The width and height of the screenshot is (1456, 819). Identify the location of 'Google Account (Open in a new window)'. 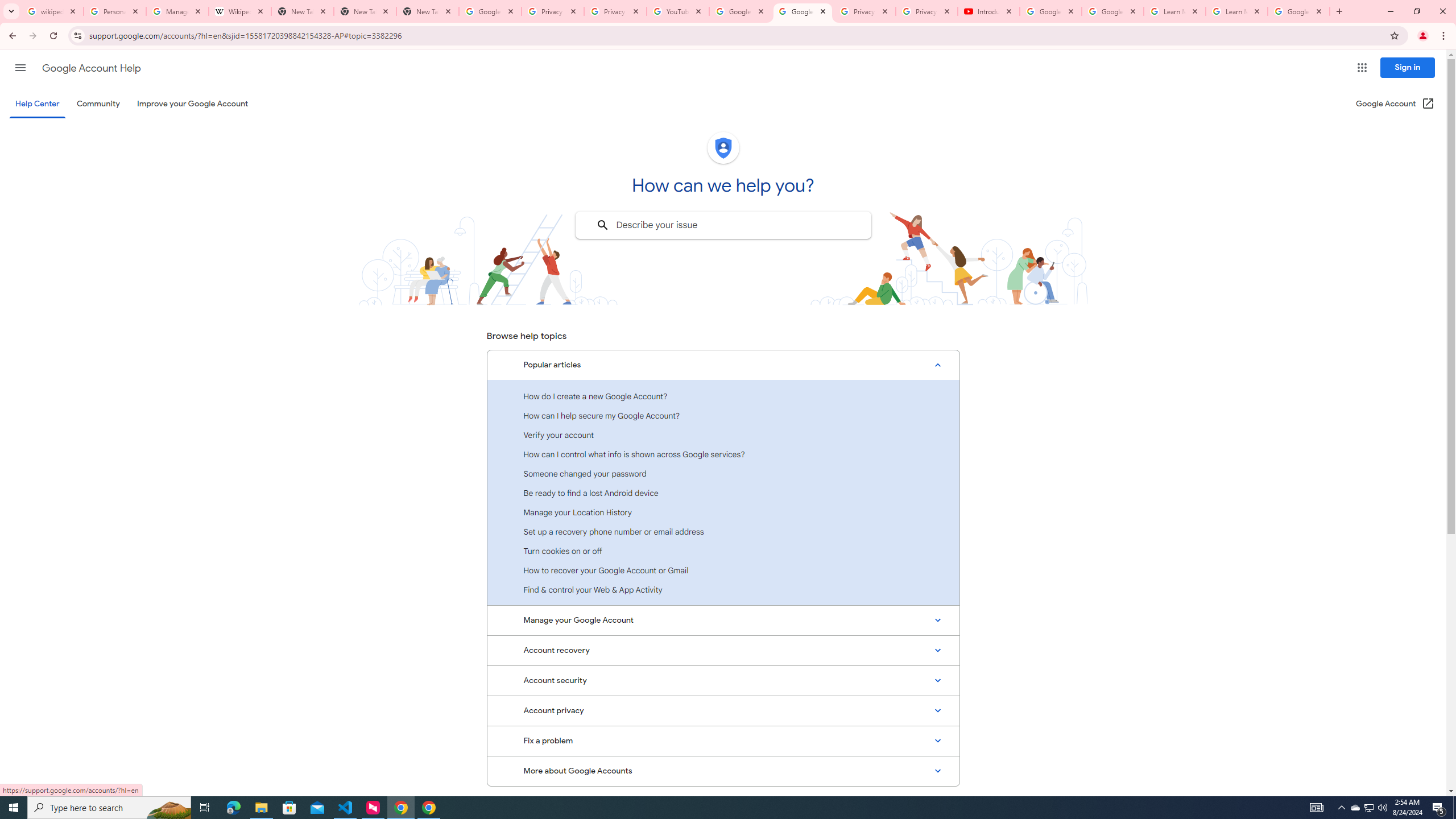
(1395, 103).